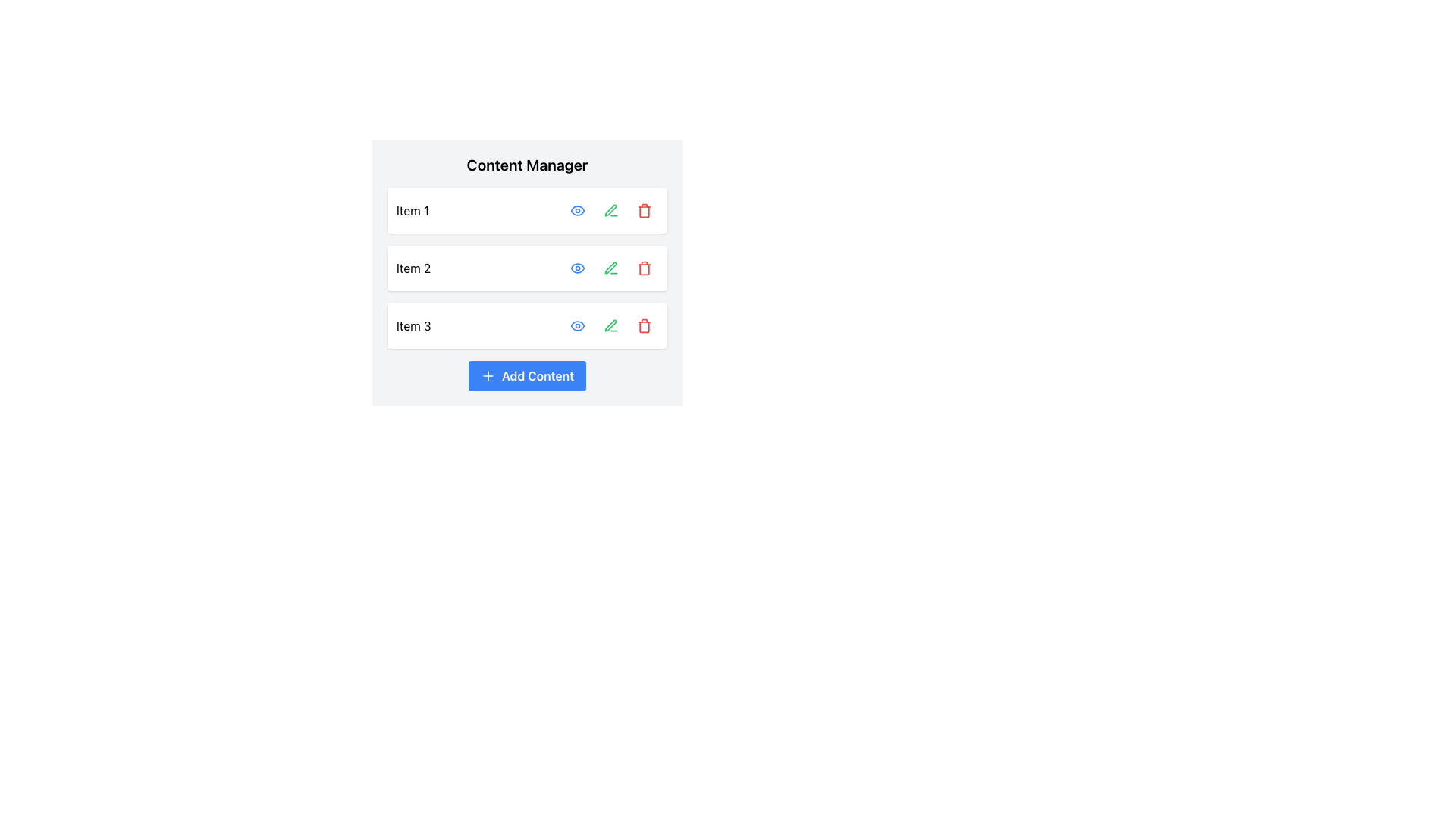  What do you see at coordinates (611, 268) in the screenshot?
I see `the green circular edit button with a pen icon, which is the second button in a group of three for 'Item 2', to possibly reveal a tooltip` at bounding box center [611, 268].